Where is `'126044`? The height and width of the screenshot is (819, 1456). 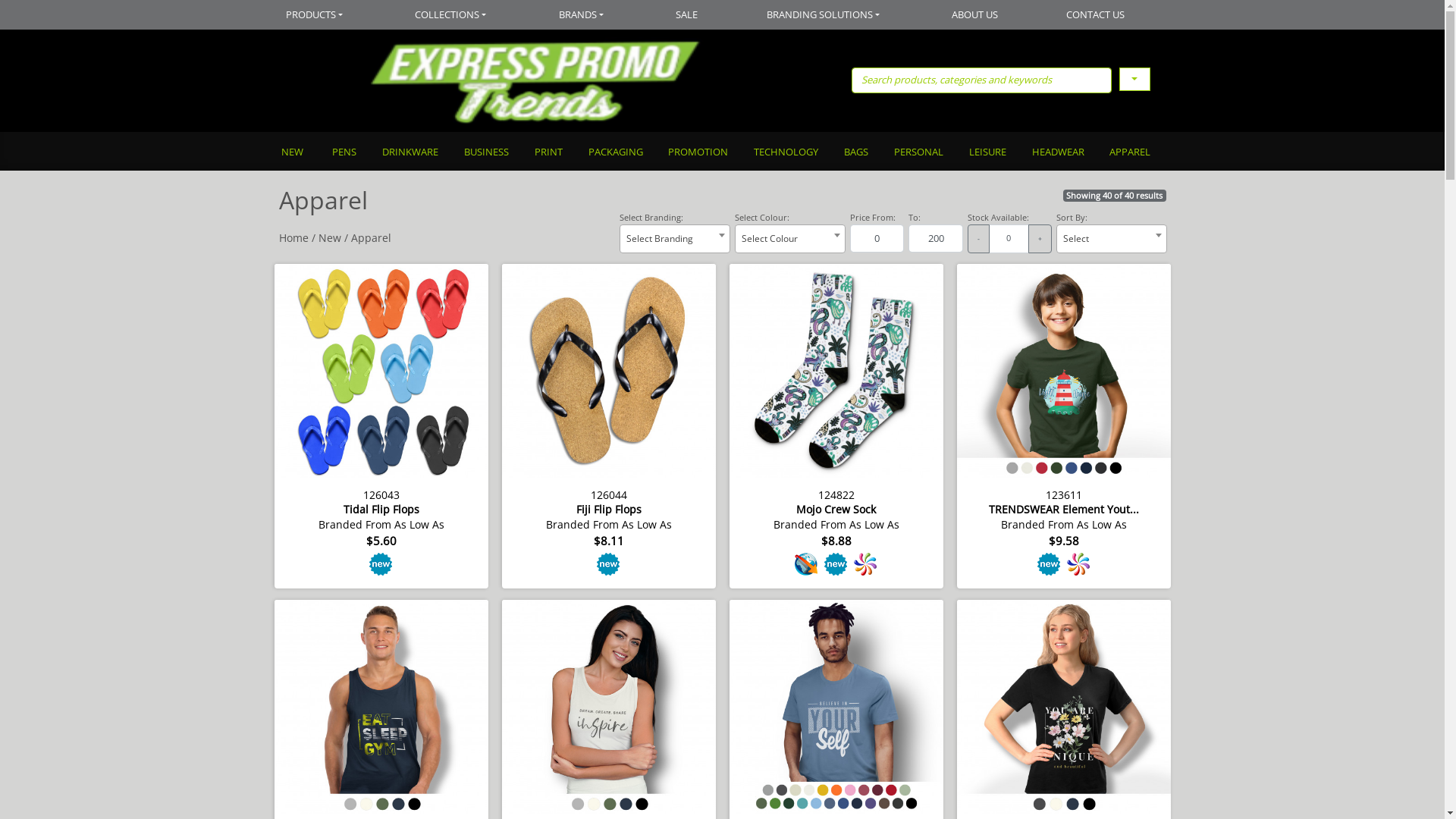
'126044 is located at coordinates (608, 424).